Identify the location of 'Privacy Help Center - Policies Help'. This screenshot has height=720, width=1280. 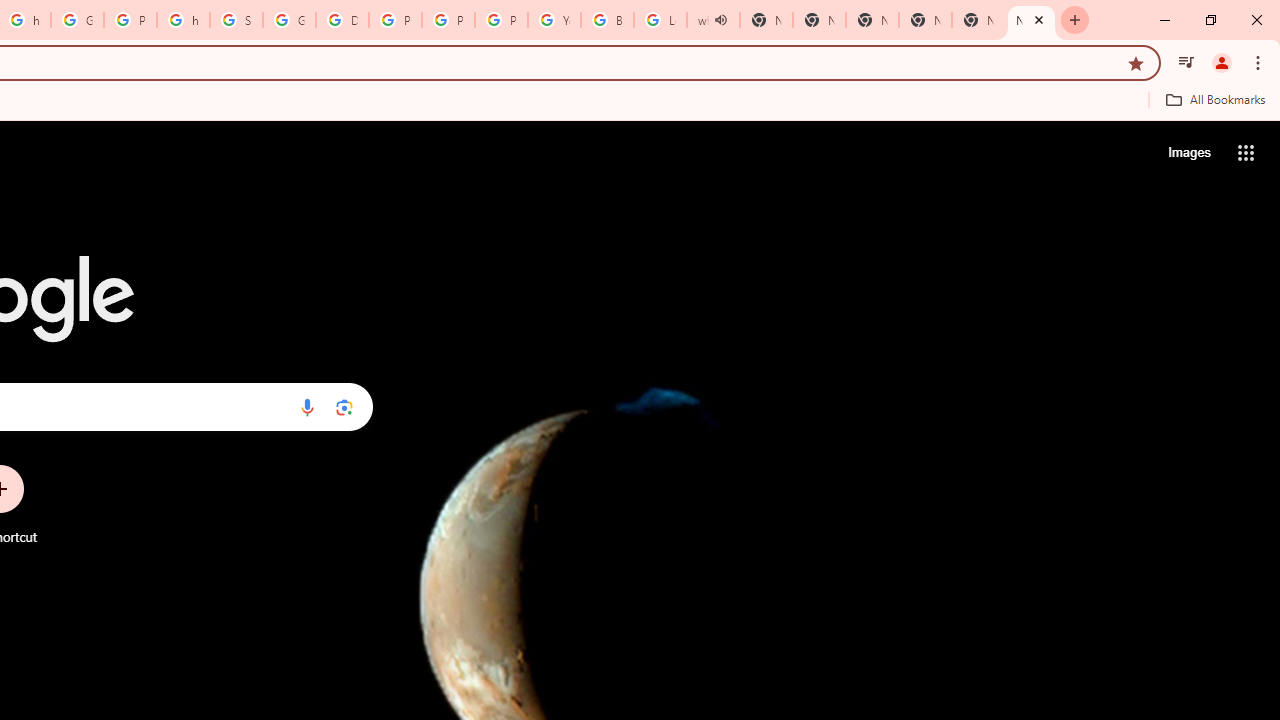
(395, 20).